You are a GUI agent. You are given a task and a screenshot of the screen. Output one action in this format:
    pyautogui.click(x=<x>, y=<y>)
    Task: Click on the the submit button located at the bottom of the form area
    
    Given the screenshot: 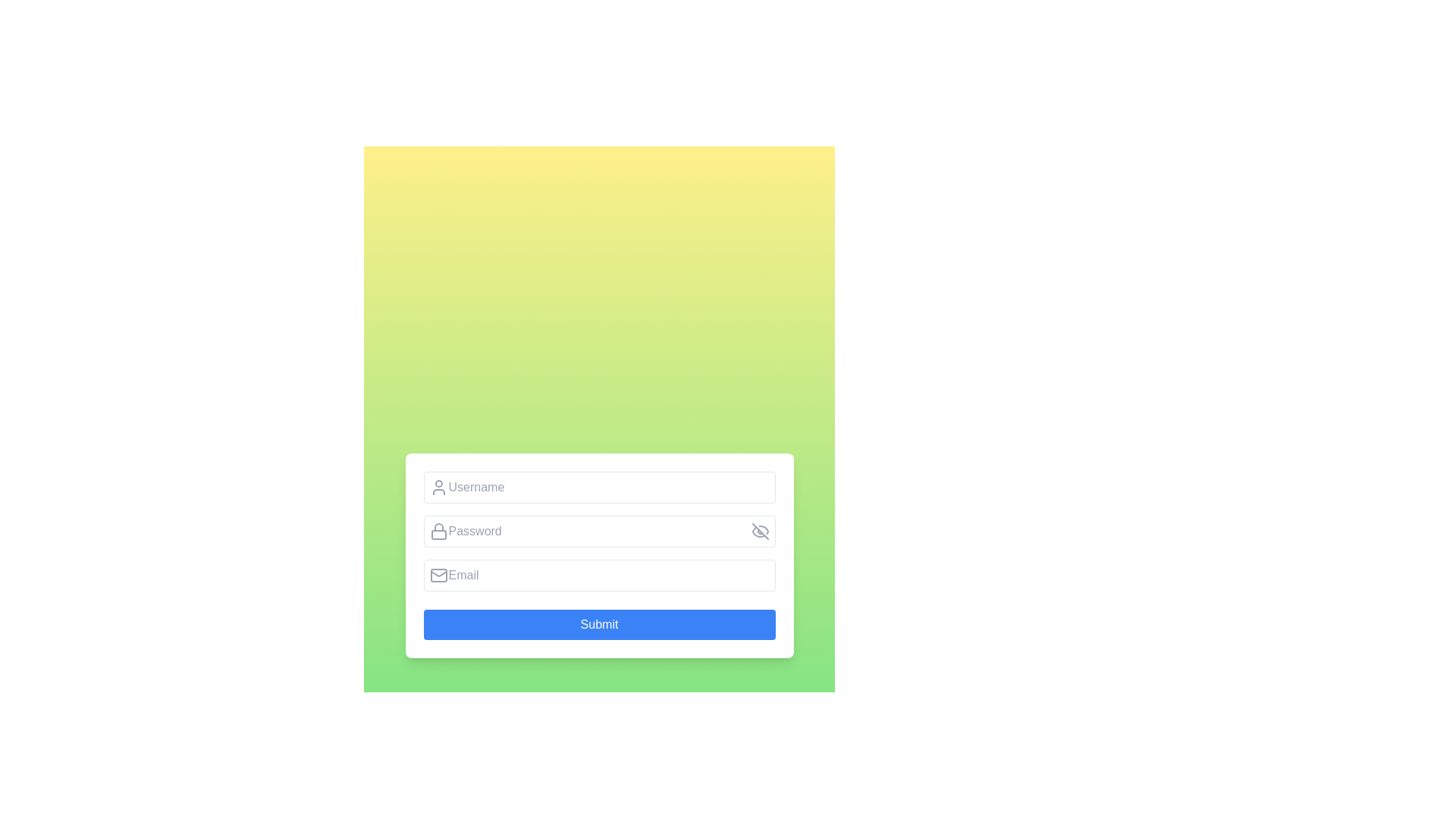 What is the action you would take?
    pyautogui.click(x=598, y=625)
    